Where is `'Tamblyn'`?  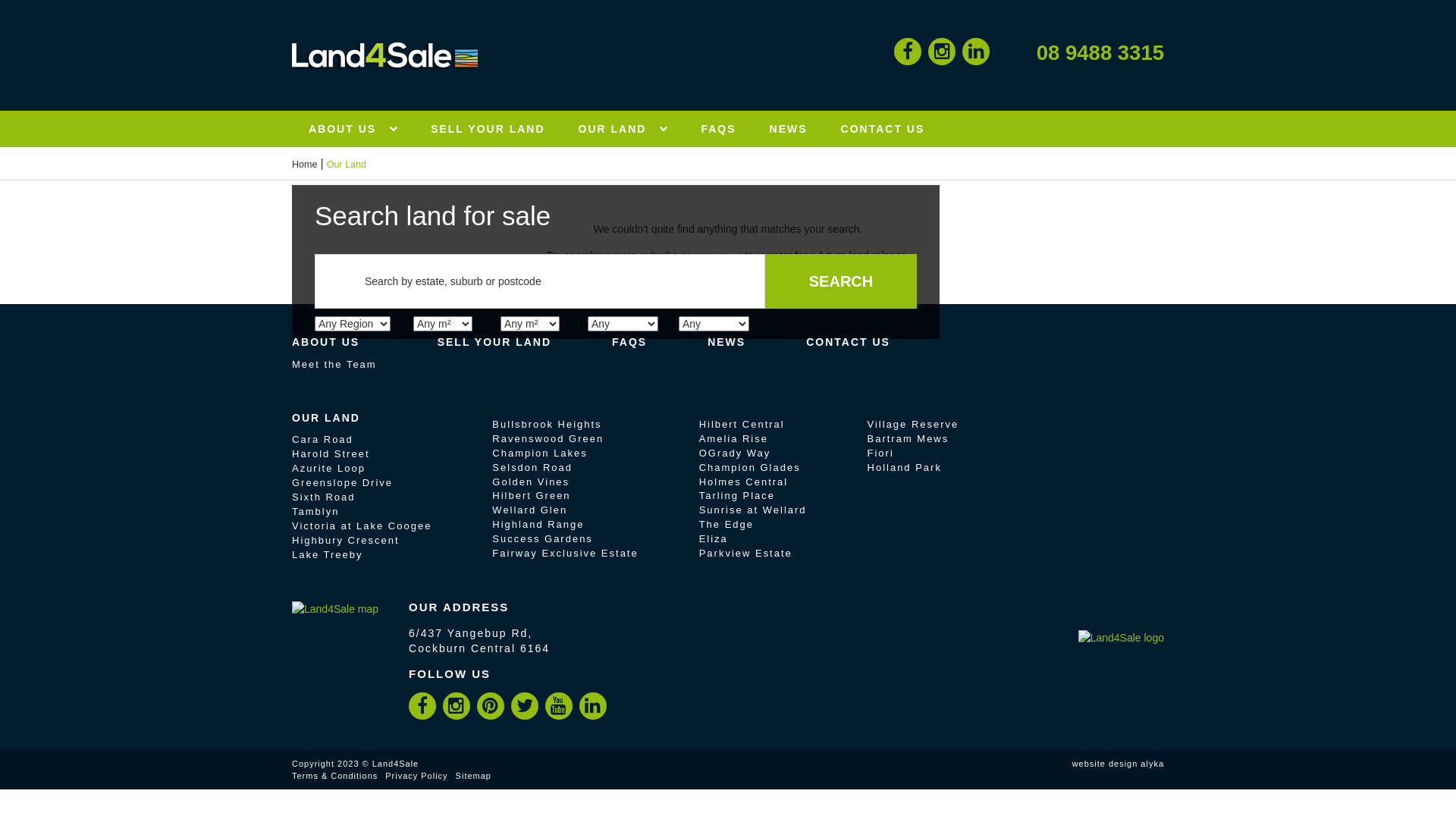 'Tamblyn' is located at coordinates (315, 511).